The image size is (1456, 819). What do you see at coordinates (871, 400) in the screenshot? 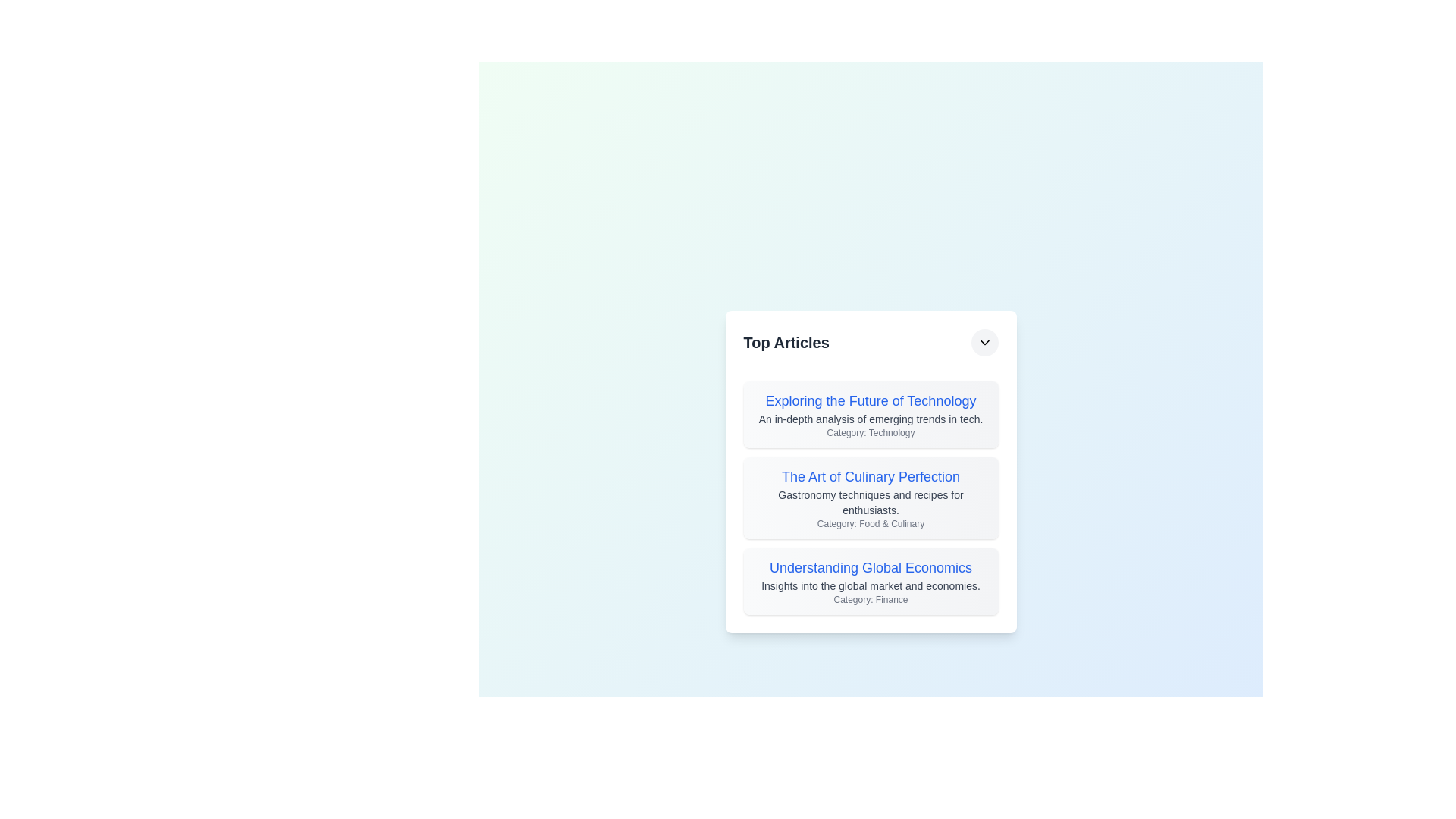
I see `the article titled 'Exploring the Future of Technology' by clicking on its title` at bounding box center [871, 400].